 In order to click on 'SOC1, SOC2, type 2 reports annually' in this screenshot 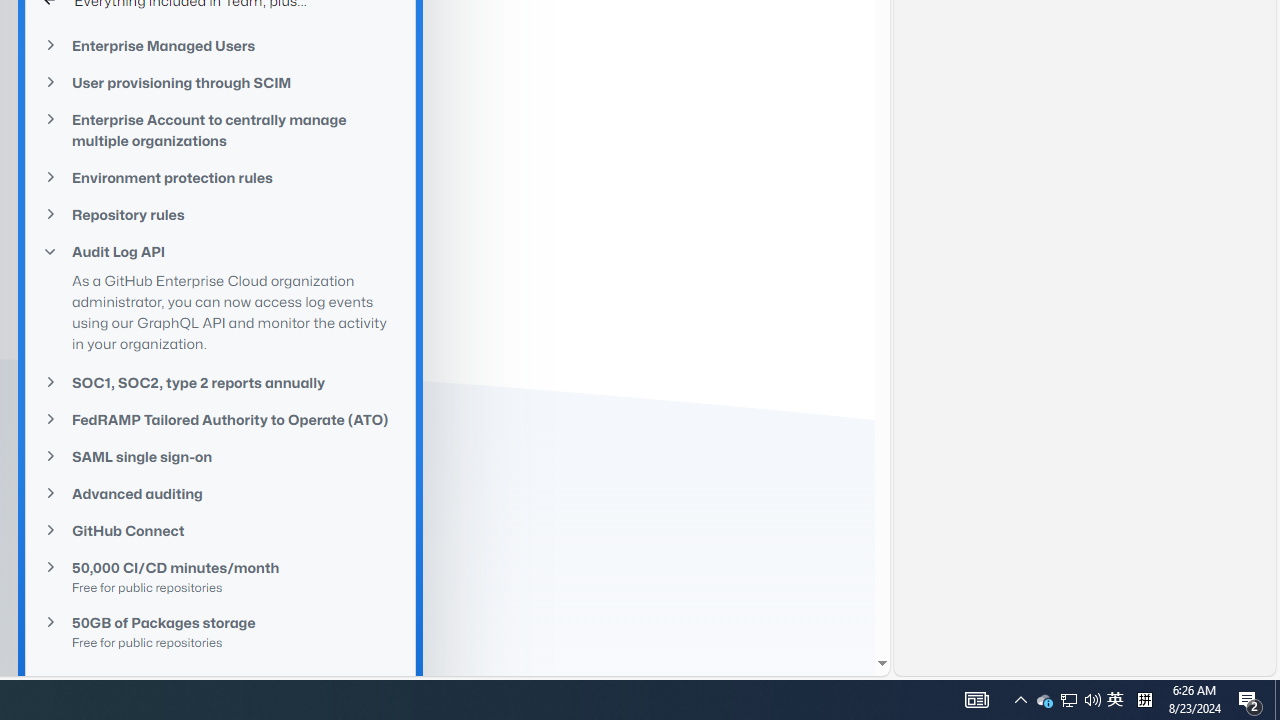, I will do `click(220, 383)`.